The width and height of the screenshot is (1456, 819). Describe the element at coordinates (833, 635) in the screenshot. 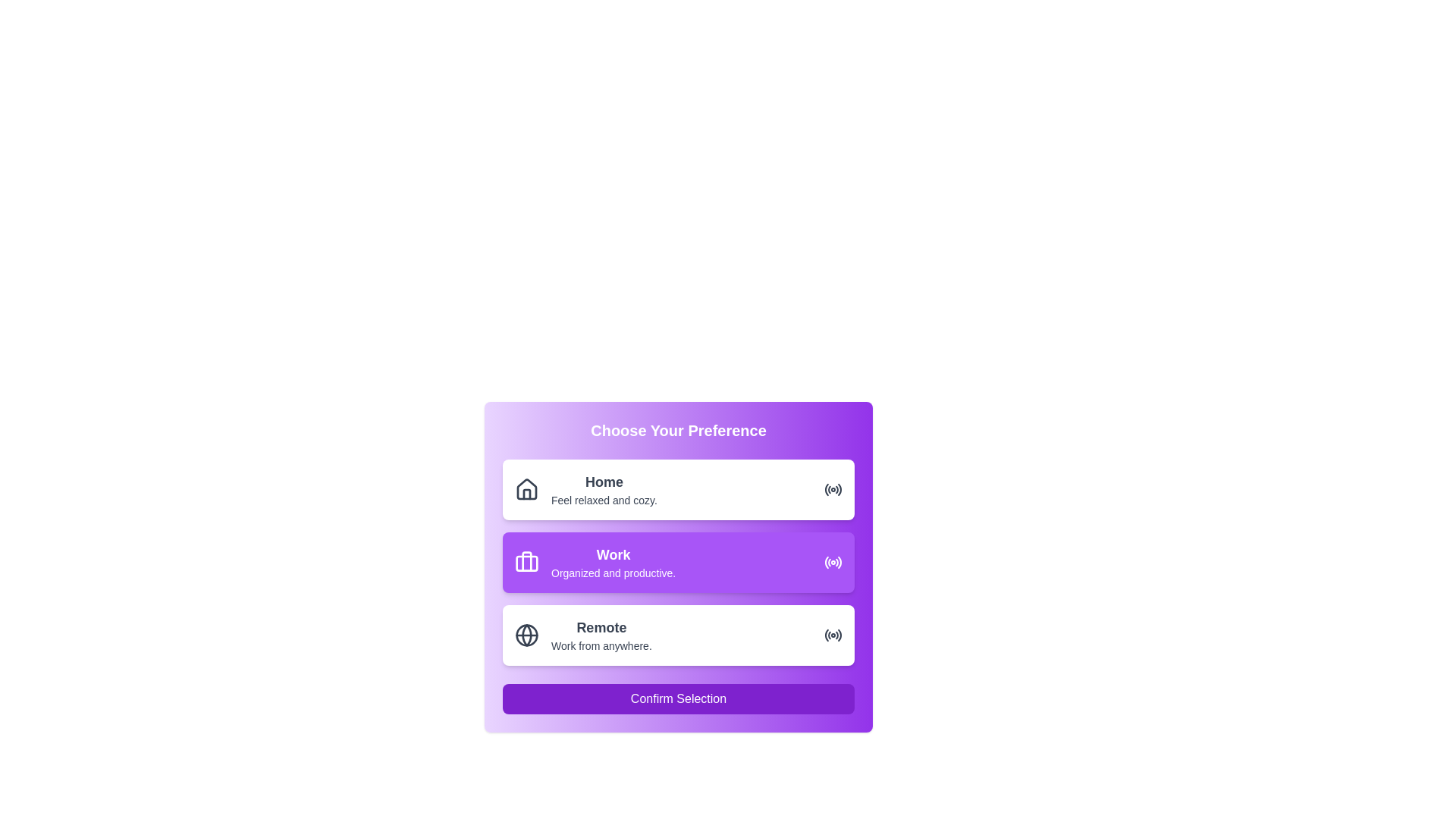

I see `the decorative indicator icon for the 'Remote' option, which is aligned horizontally with the text 'Remote' and its description 'Work from anywhere.'` at that location.